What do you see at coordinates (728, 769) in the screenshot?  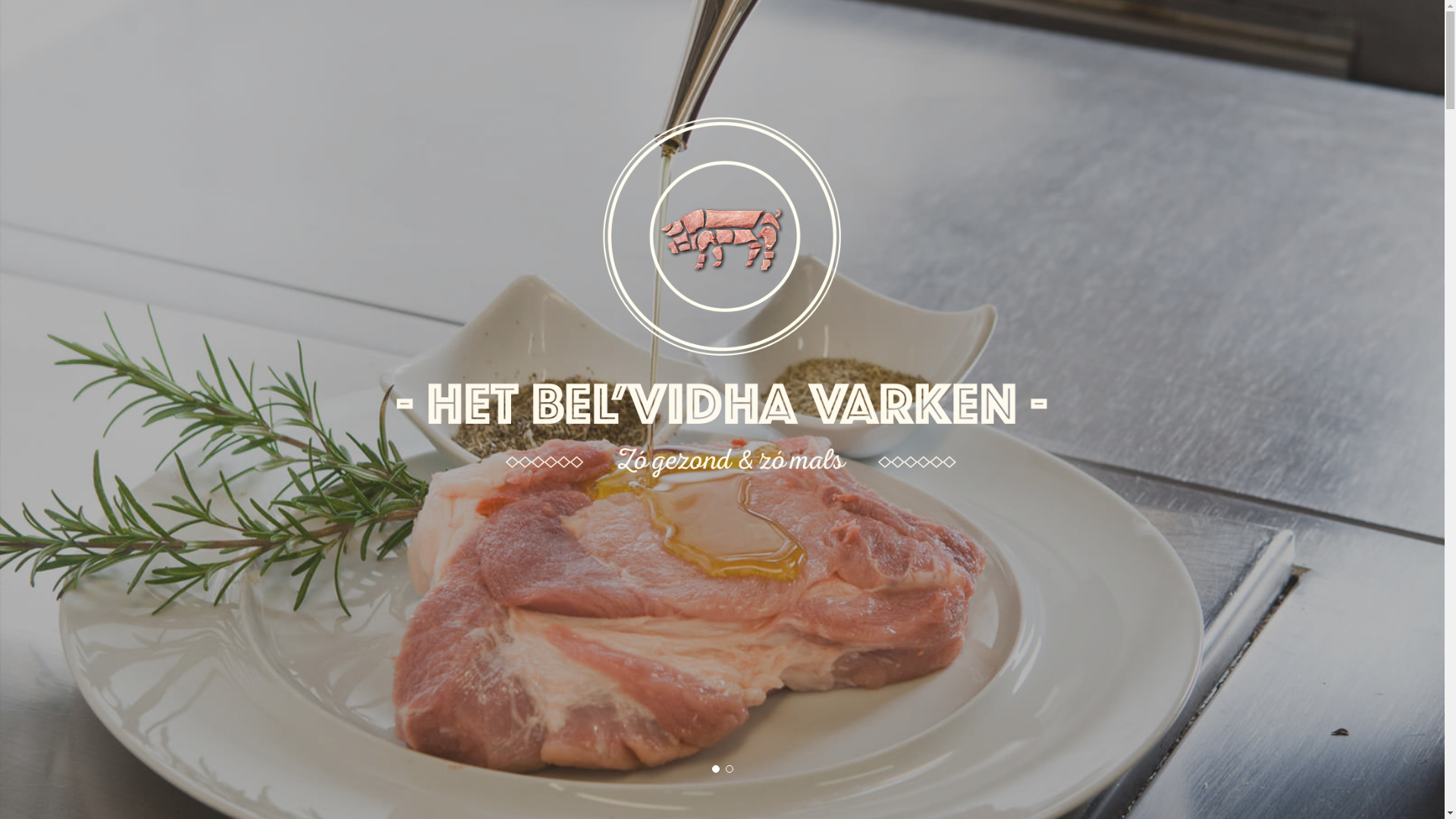 I see `'2'` at bounding box center [728, 769].